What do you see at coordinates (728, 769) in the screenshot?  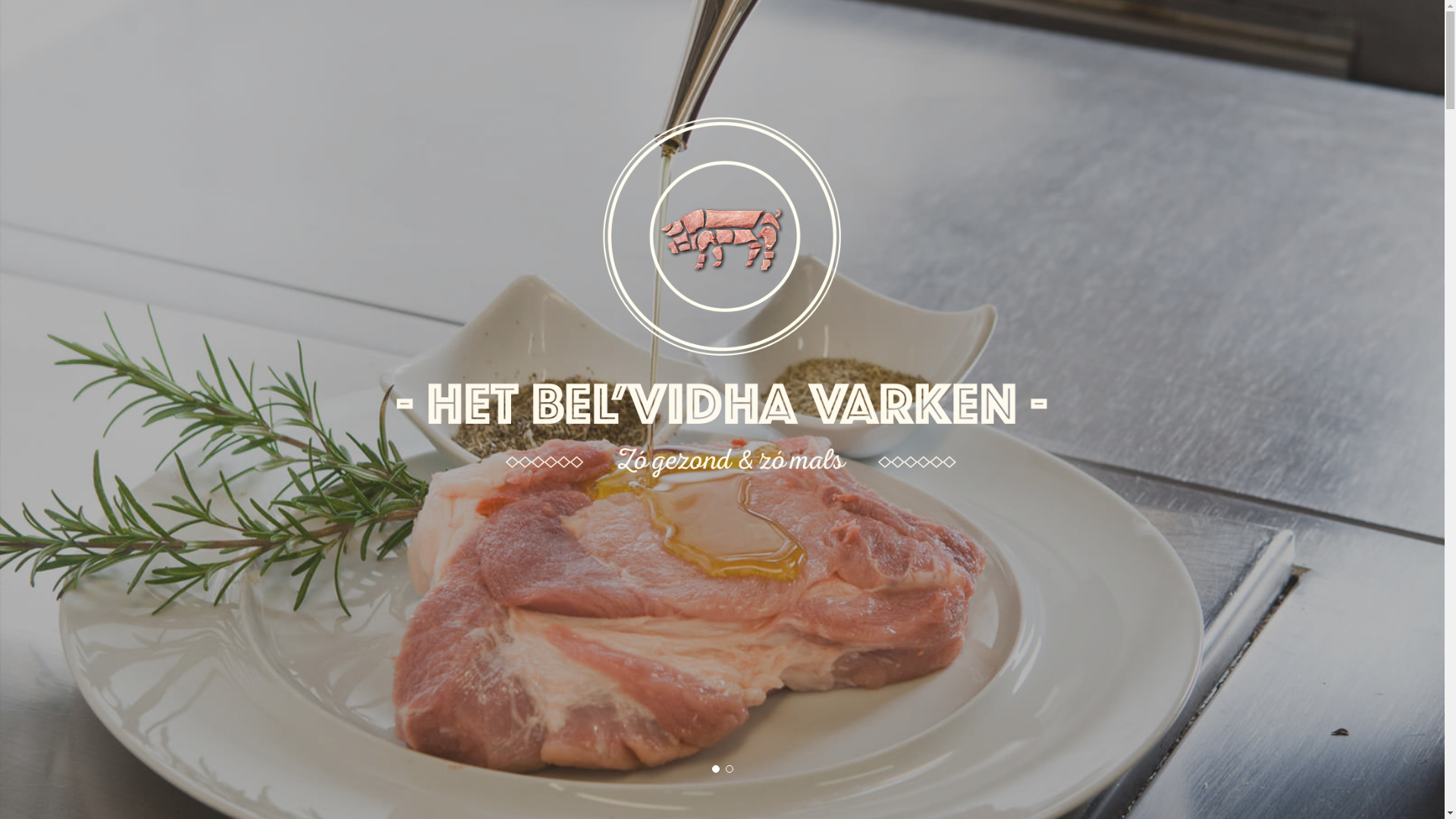 I see `'2'` at bounding box center [728, 769].